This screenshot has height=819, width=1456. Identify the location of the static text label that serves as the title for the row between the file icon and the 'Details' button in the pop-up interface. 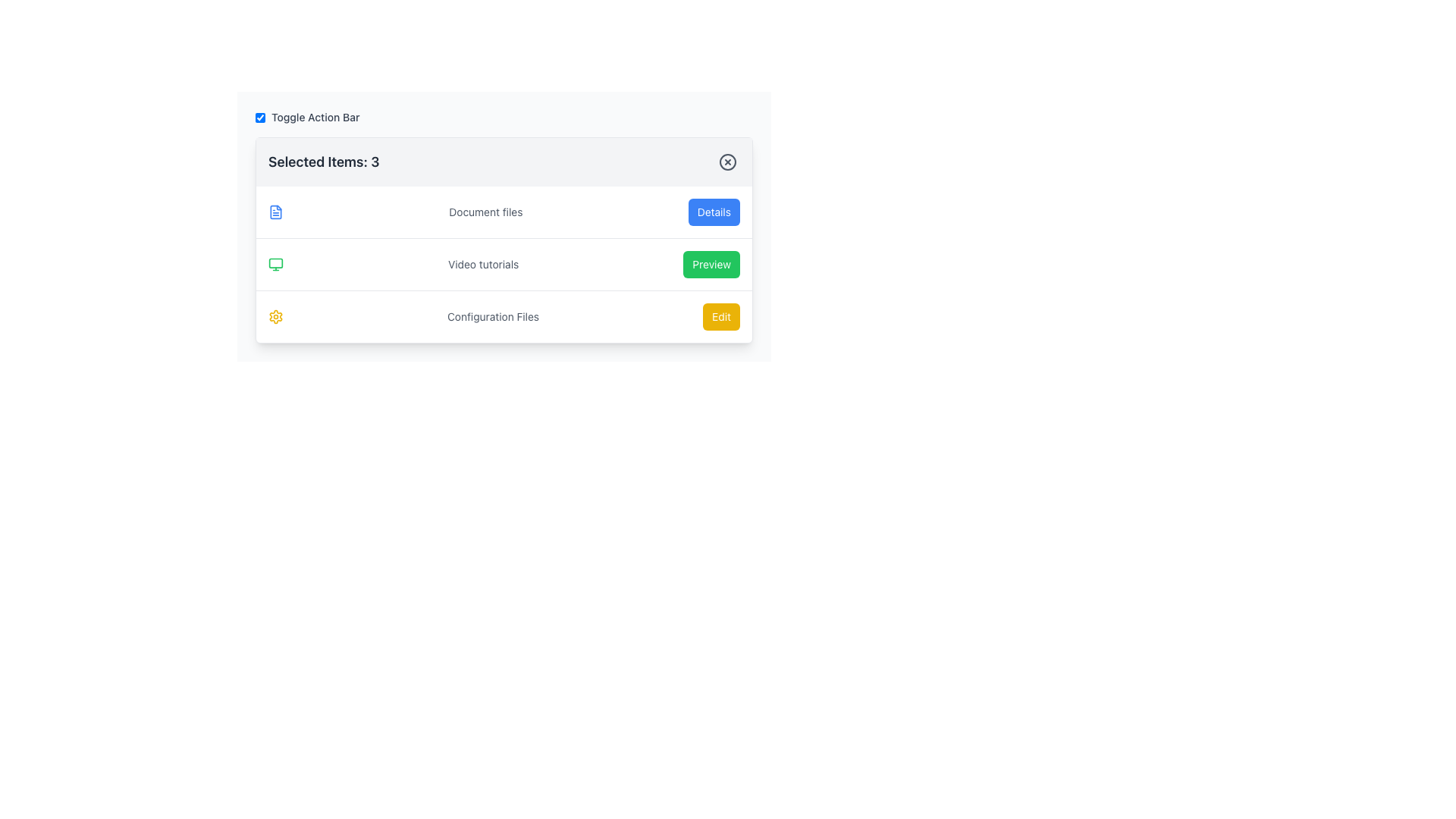
(485, 212).